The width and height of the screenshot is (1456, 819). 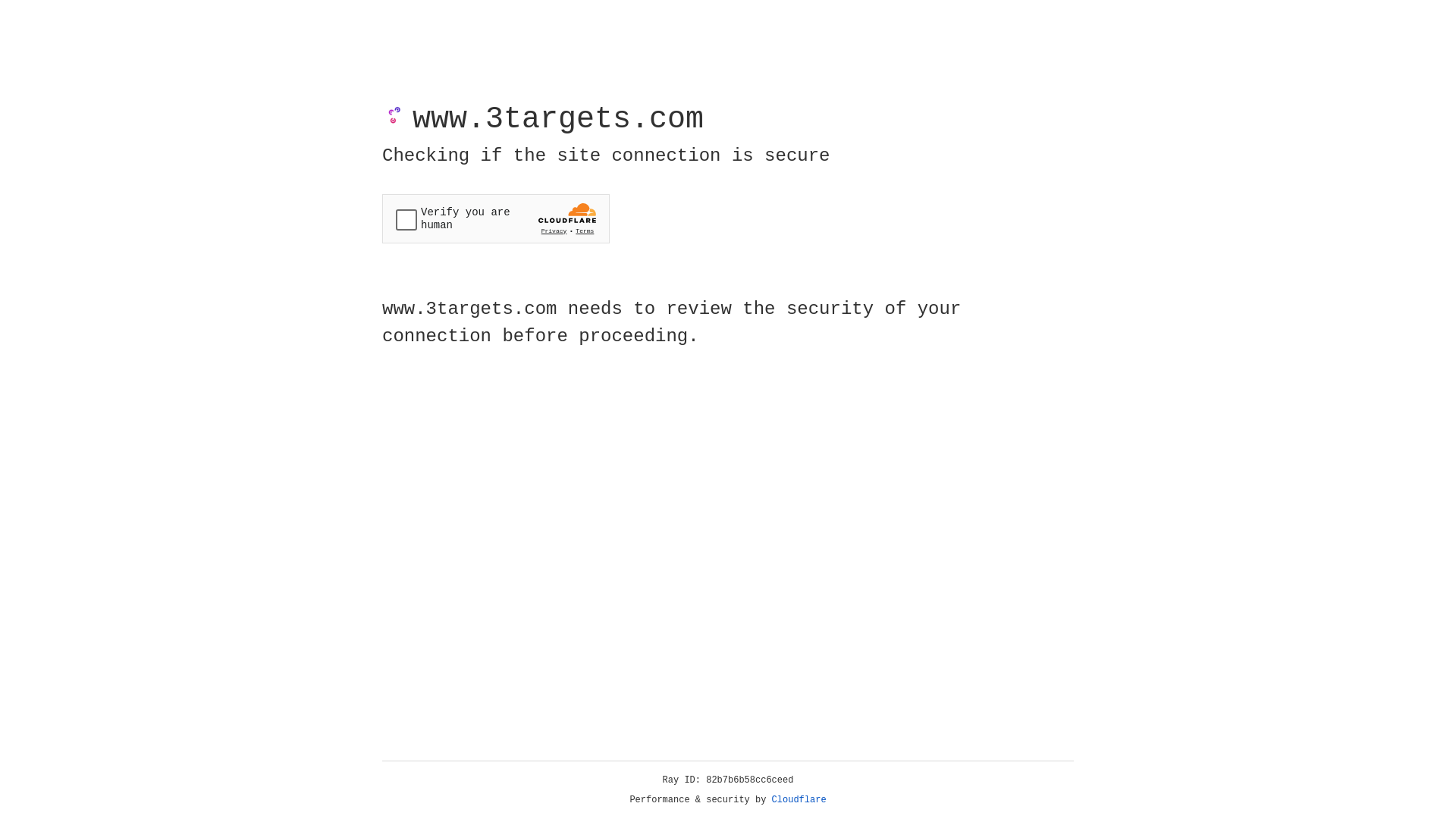 What do you see at coordinates (799, 799) in the screenshot?
I see `'Cloudflare'` at bounding box center [799, 799].